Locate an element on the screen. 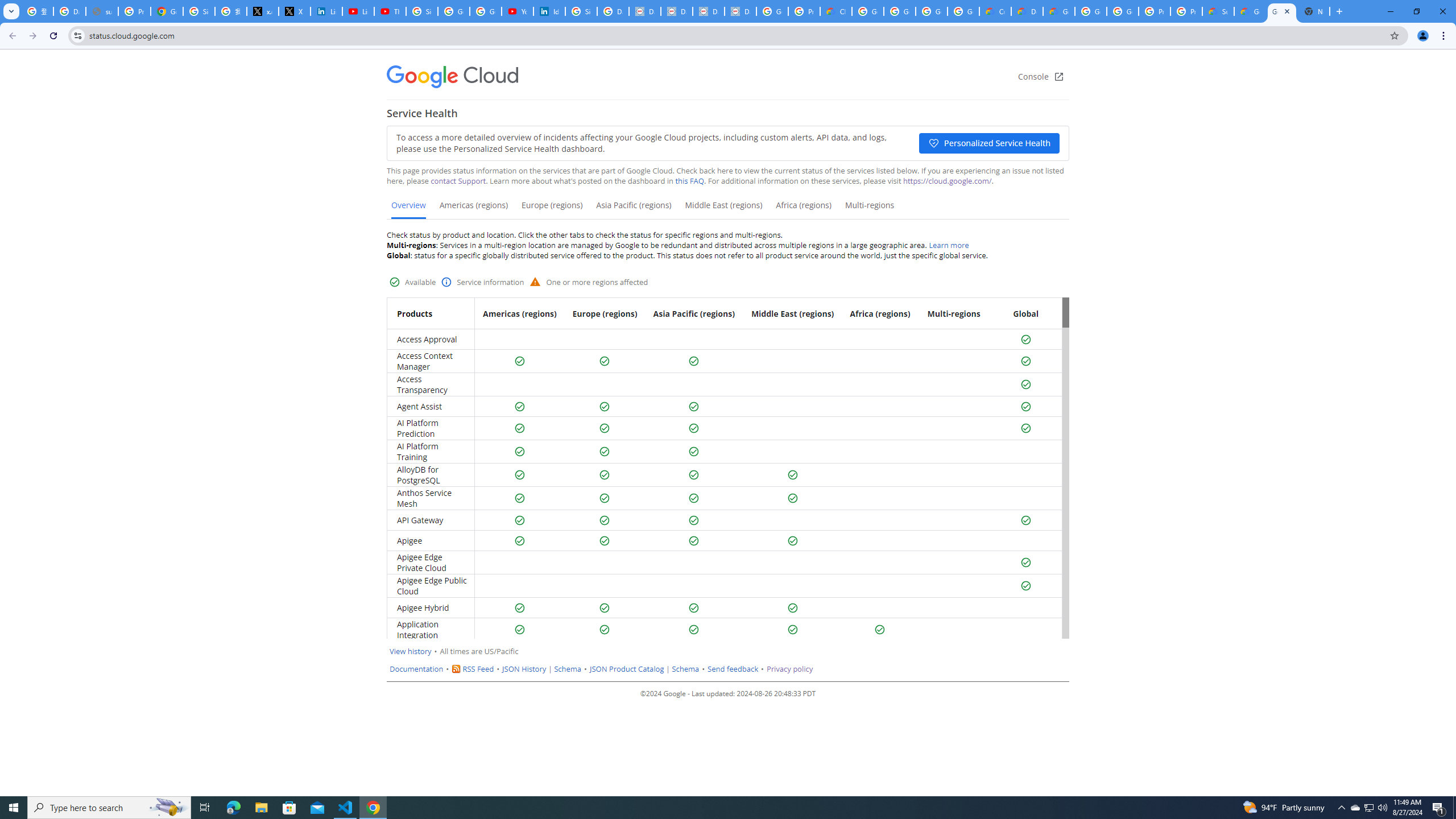 The height and width of the screenshot is (819, 1456). 'Learn more' is located at coordinates (949, 245).